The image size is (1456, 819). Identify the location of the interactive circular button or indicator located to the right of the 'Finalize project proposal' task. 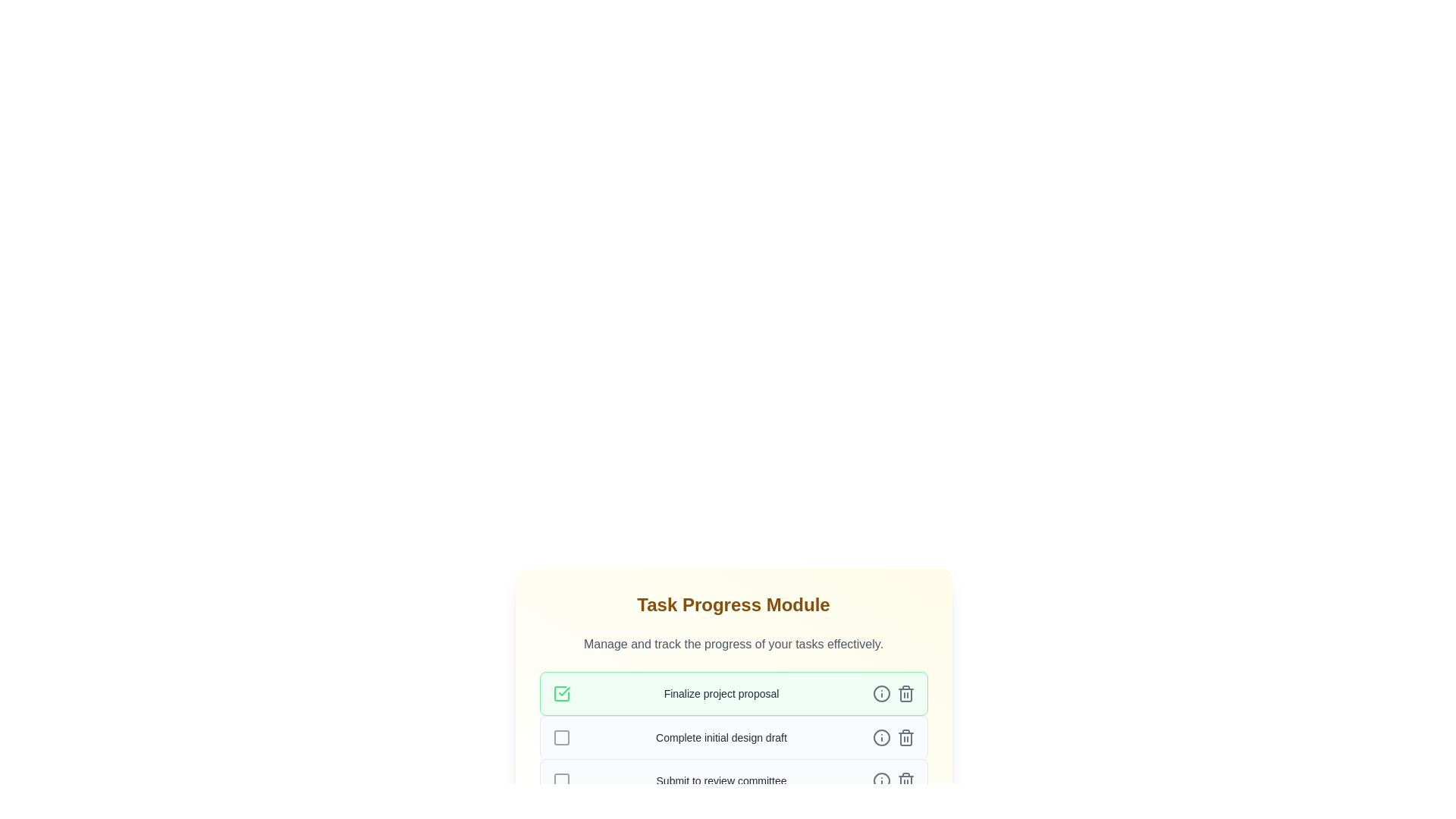
(881, 693).